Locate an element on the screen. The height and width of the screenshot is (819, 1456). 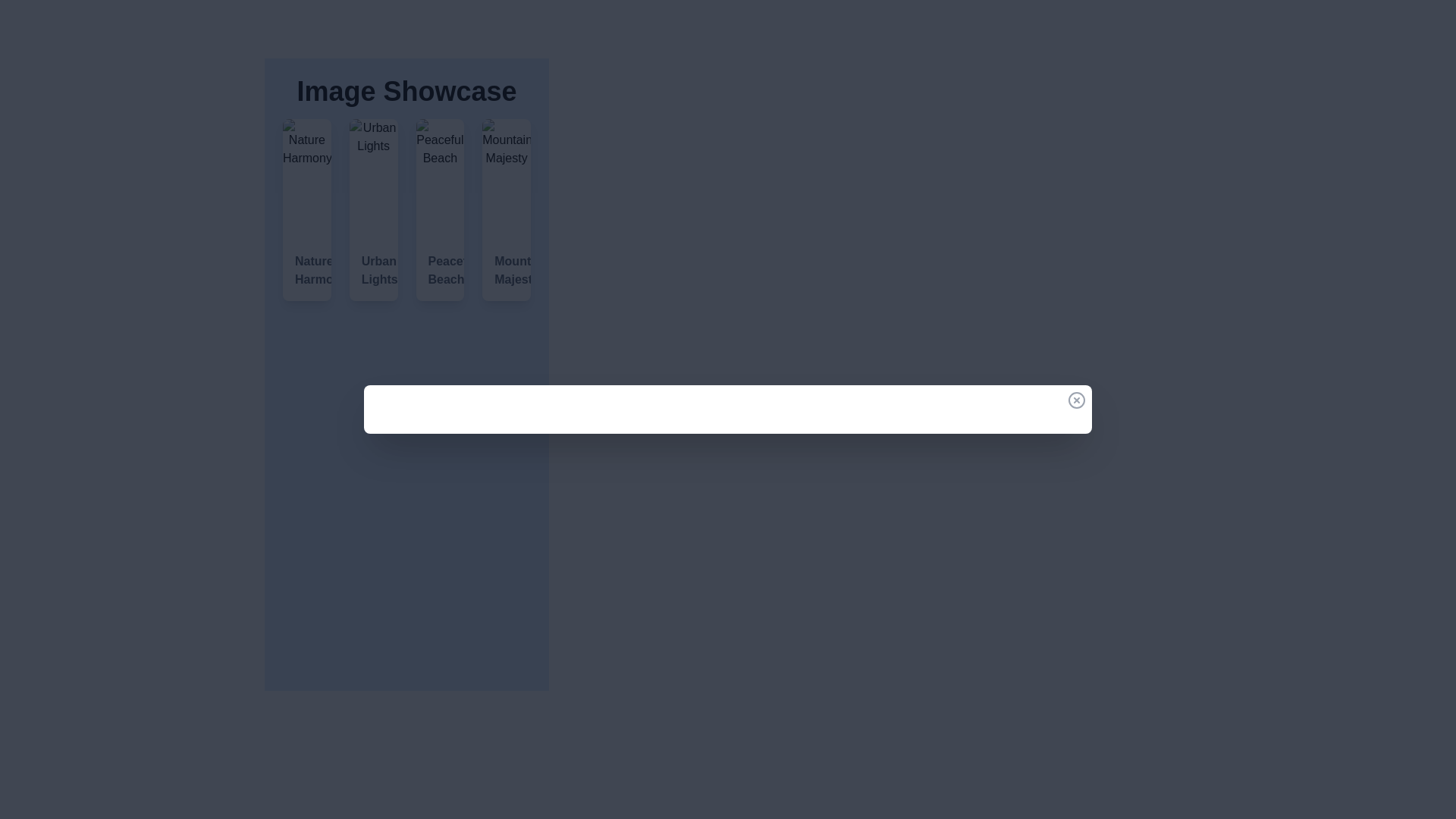
text label located at the bottom of the leftmost card in the gallery, which identifies the theme as 'Nature Harmony' is located at coordinates (306, 270).